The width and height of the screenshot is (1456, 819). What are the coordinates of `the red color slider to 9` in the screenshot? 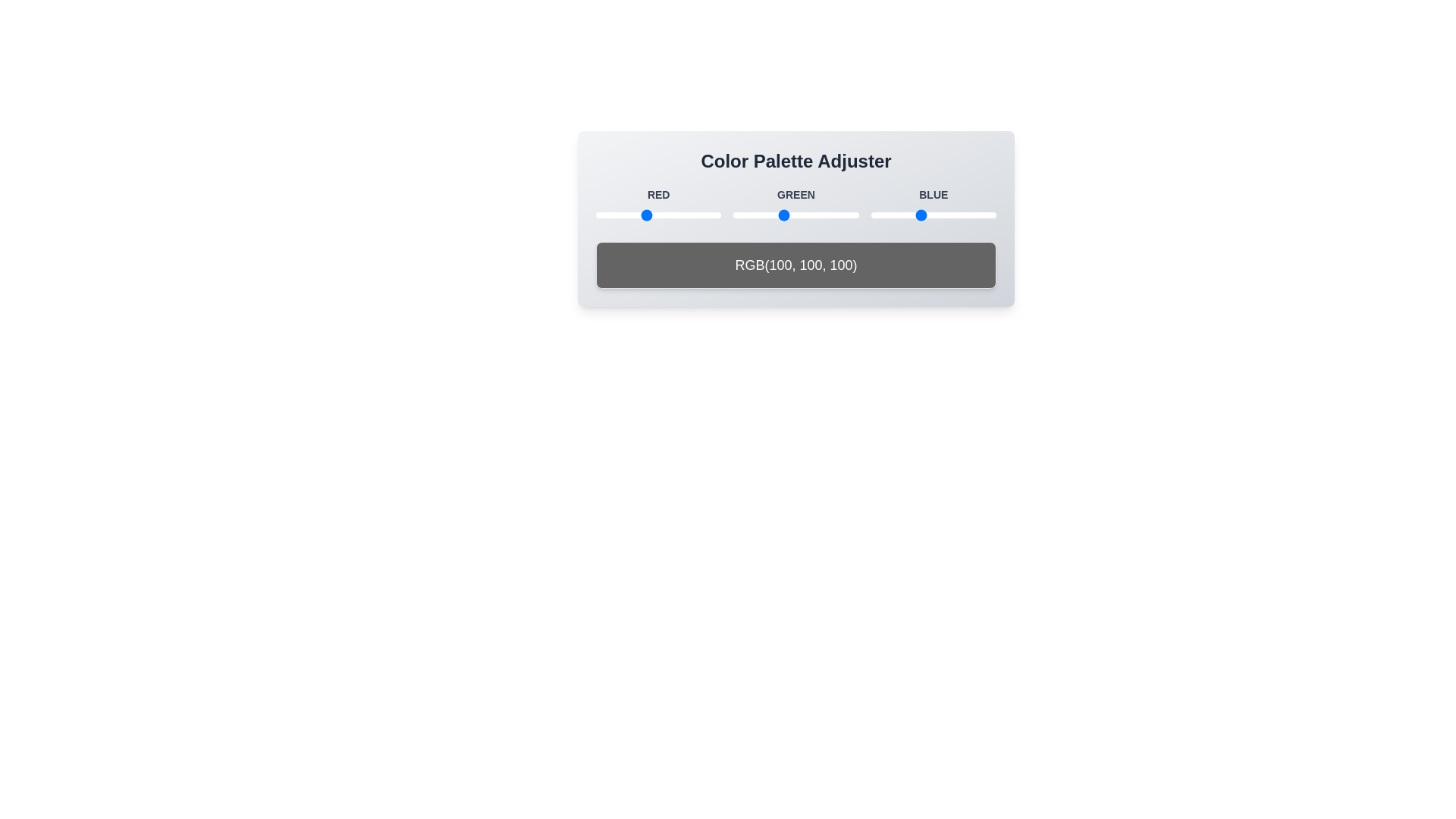 It's located at (599, 215).